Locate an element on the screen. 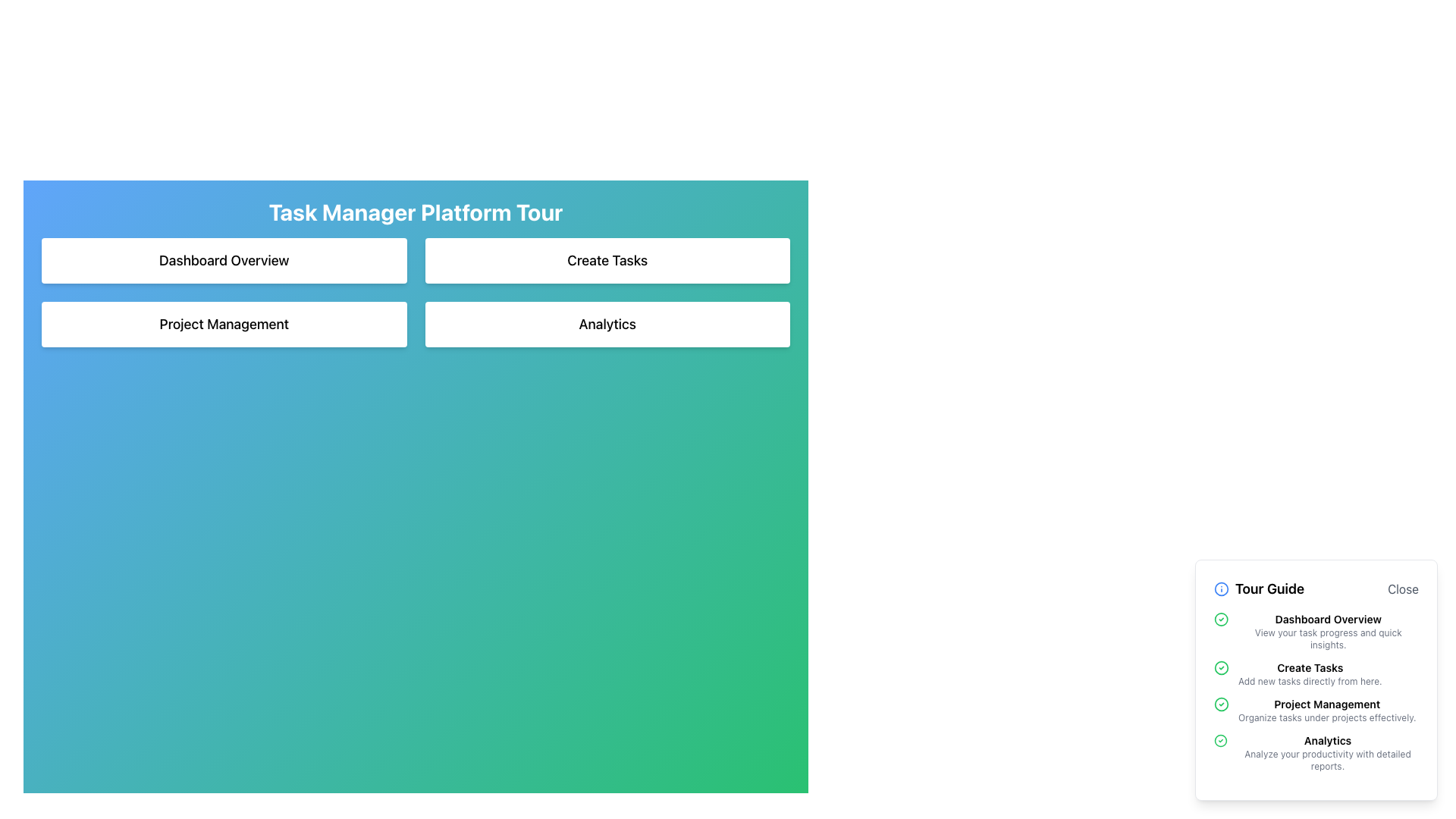 This screenshot has width=1456, height=819. the 'Project Management' text element in the tour guide panel that displays 'Organize tasks under projects effectively.' is located at coordinates (1326, 711).